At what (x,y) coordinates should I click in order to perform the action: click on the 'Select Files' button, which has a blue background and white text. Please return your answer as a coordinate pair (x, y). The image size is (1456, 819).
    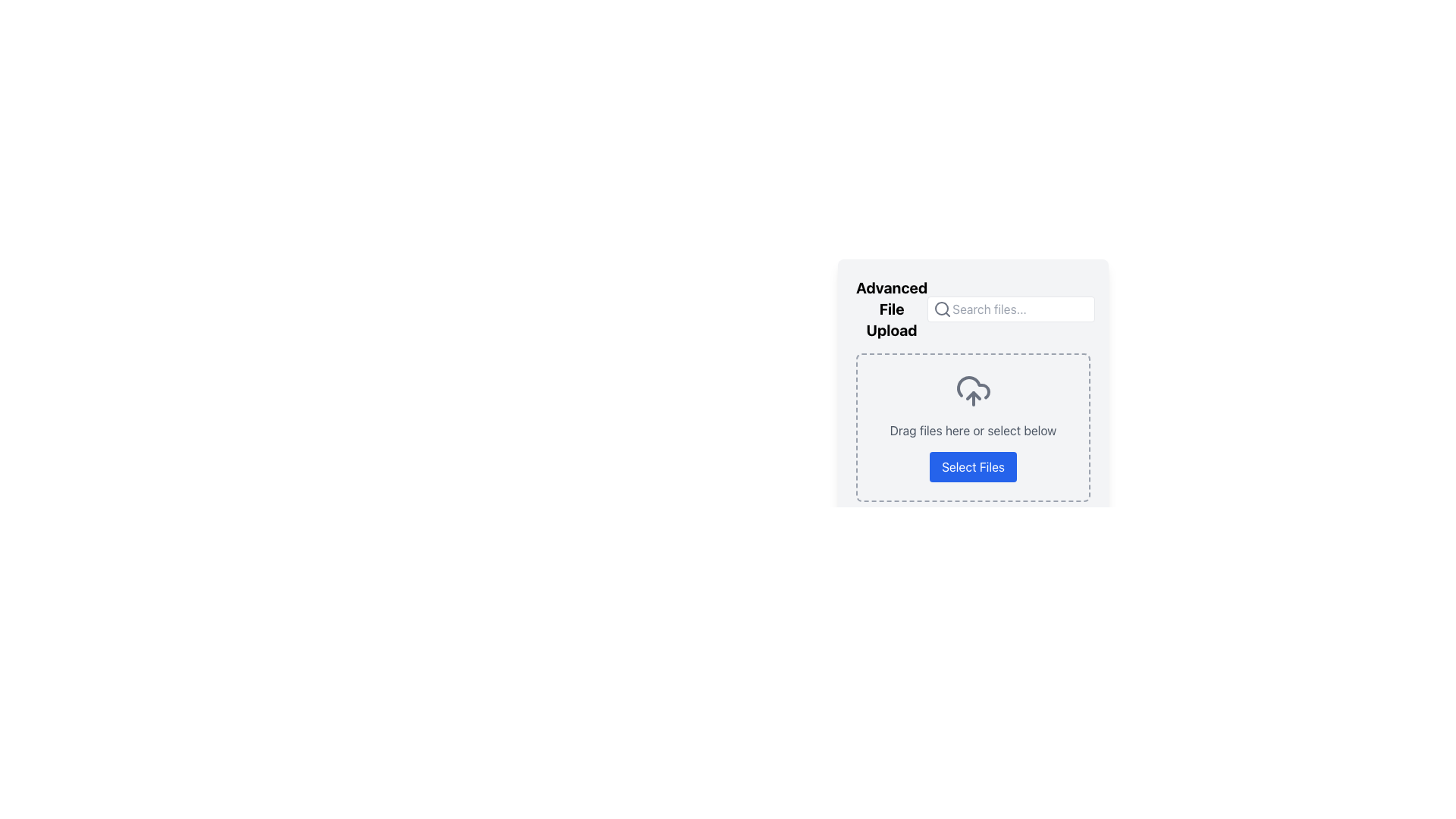
    Looking at the image, I should click on (973, 466).